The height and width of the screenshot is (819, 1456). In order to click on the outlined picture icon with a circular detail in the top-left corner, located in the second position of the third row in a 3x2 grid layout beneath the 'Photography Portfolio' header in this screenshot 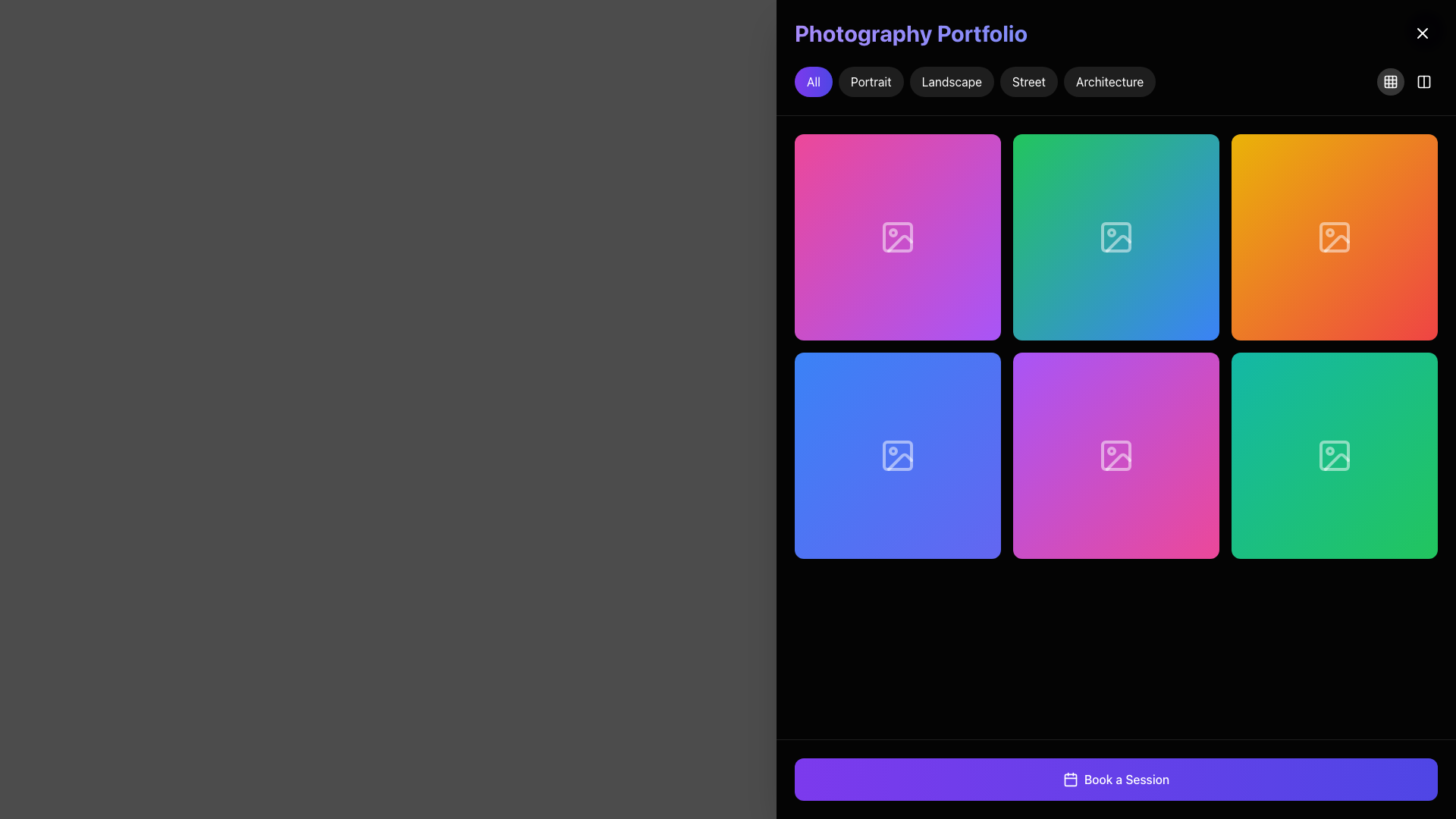, I will do `click(1335, 237)`.